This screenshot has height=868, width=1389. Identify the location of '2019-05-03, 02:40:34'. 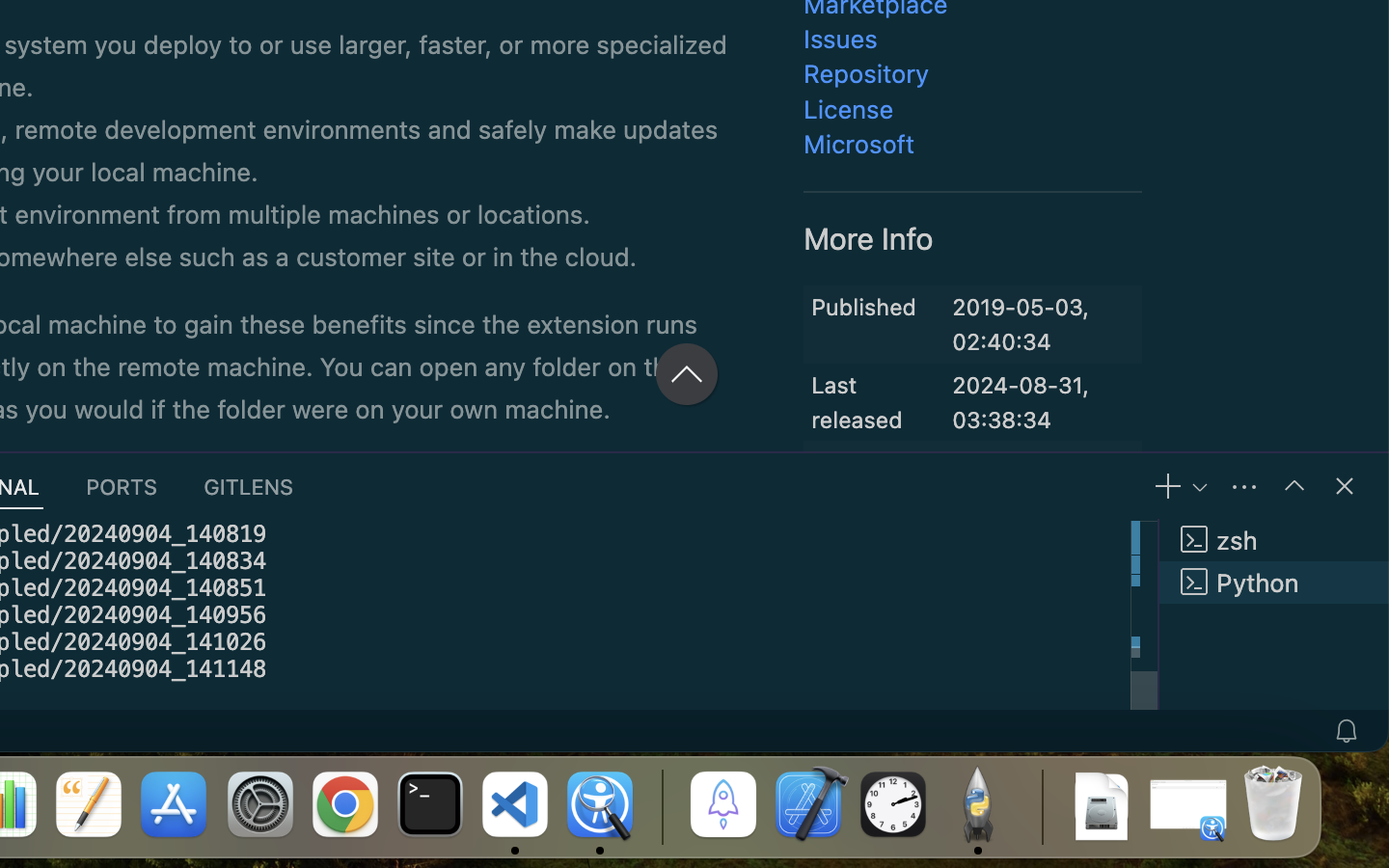
(1021, 323).